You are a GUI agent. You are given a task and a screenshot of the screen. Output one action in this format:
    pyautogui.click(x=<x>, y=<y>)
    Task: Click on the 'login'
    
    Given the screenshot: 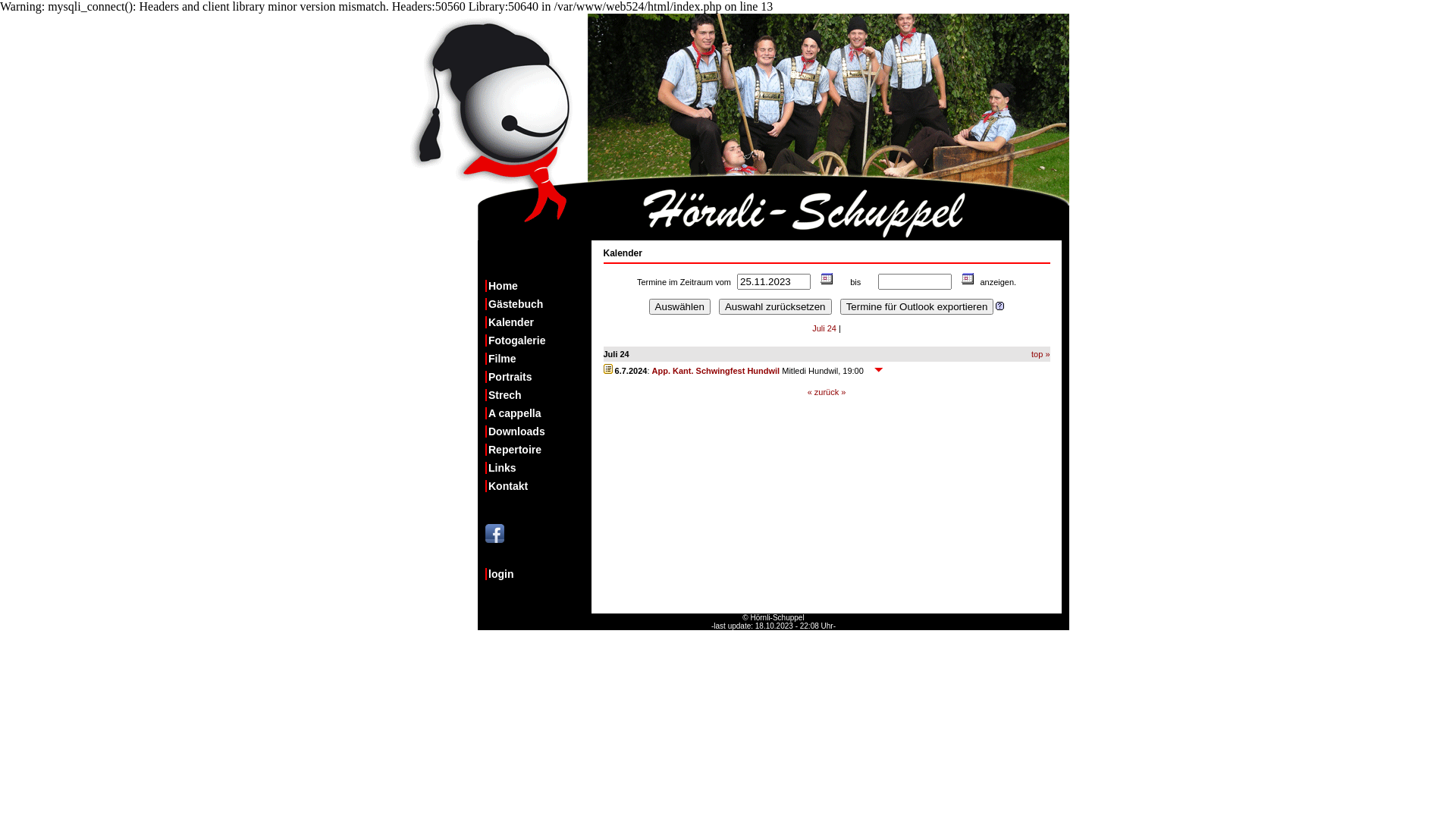 What is the action you would take?
    pyautogui.click(x=538, y=573)
    